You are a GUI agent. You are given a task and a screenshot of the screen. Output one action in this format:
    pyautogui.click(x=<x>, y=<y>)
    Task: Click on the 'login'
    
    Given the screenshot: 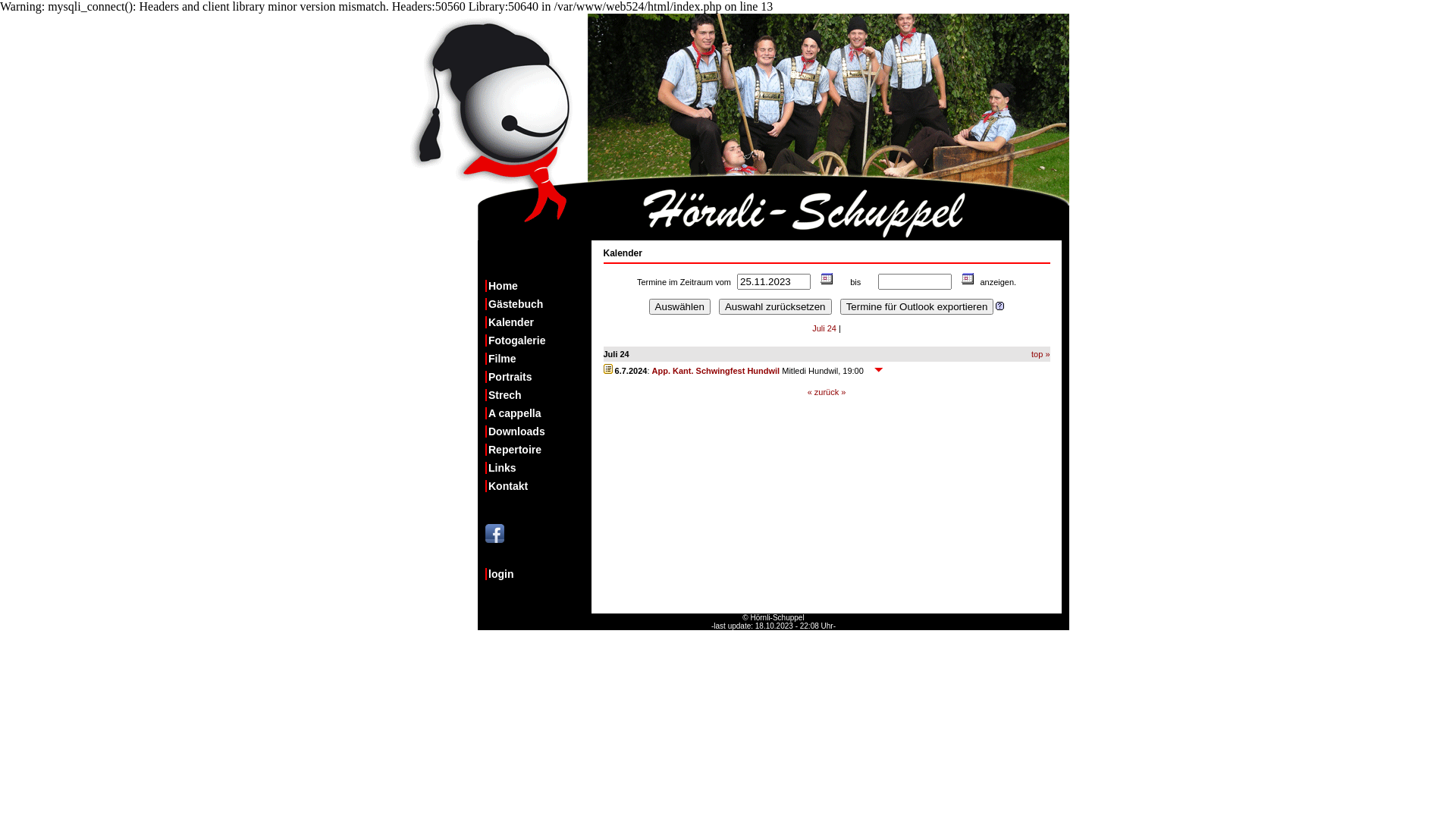 What is the action you would take?
    pyautogui.click(x=538, y=573)
    